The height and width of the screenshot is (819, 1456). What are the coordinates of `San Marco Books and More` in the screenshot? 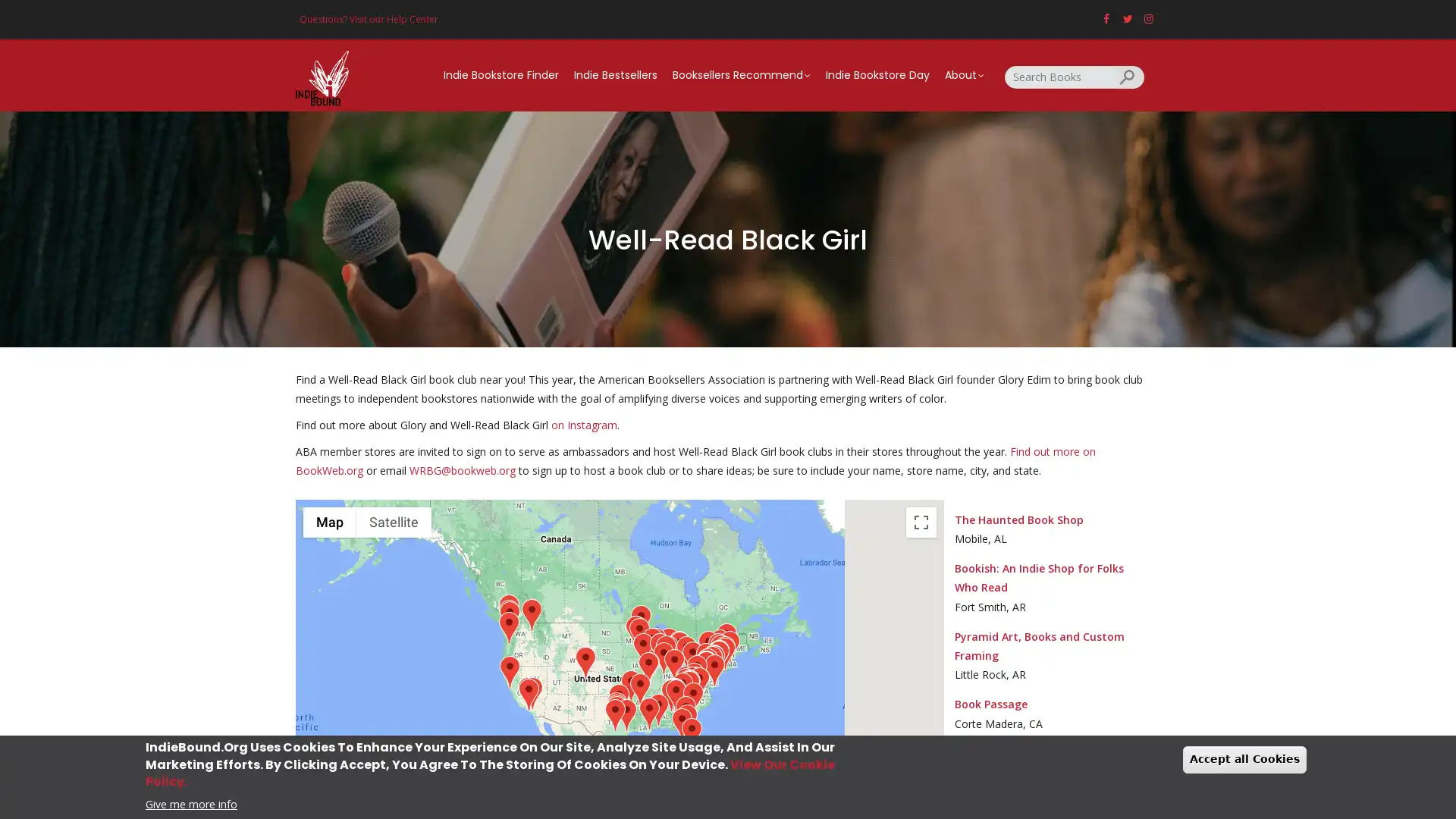 It's located at (684, 711).